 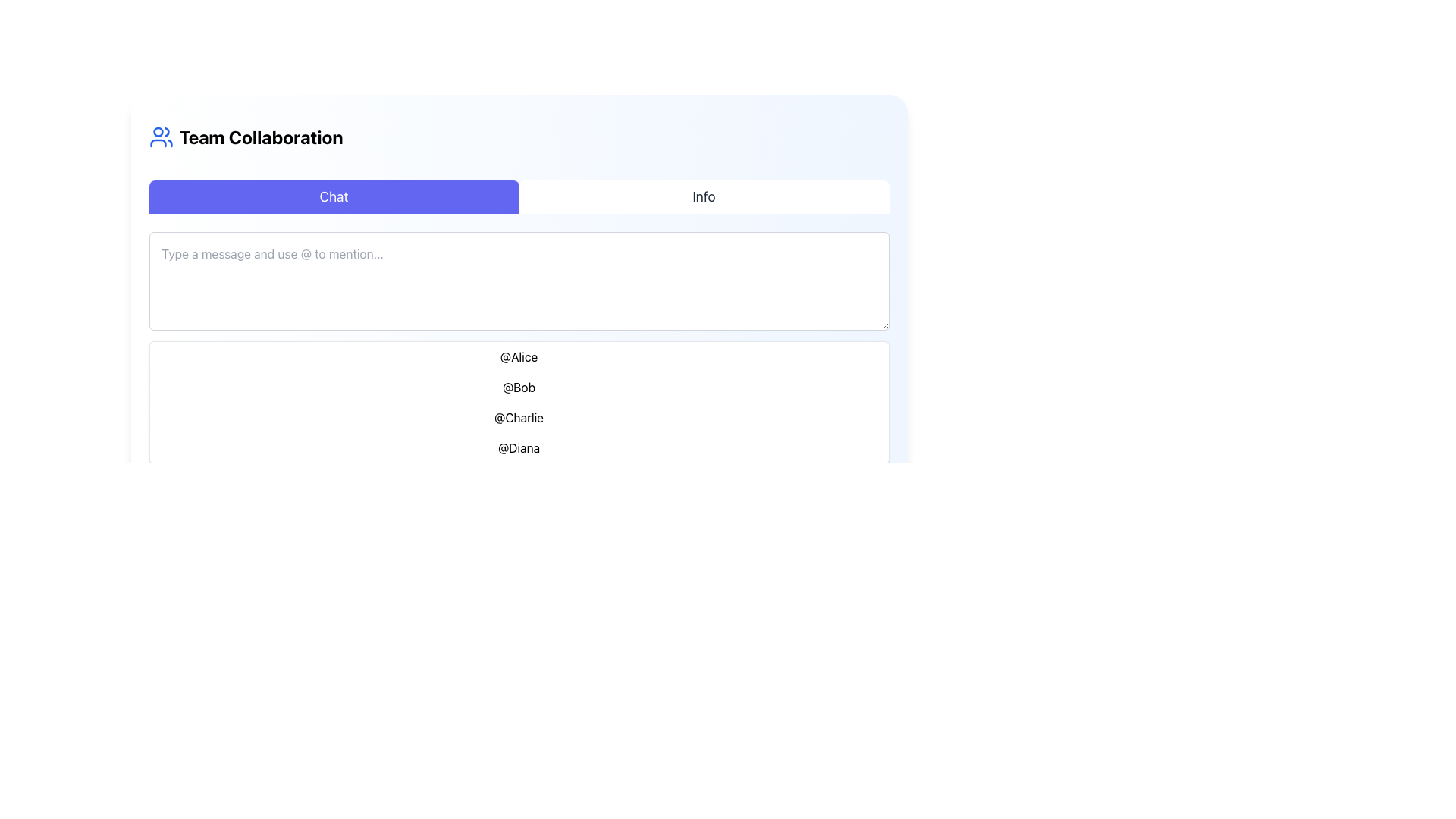 I want to click on the 'Chat' Tab Button, which is a rectangular button with rounded top corners, styled with a blue background and white text, located in the header bar, so click(x=333, y=196).